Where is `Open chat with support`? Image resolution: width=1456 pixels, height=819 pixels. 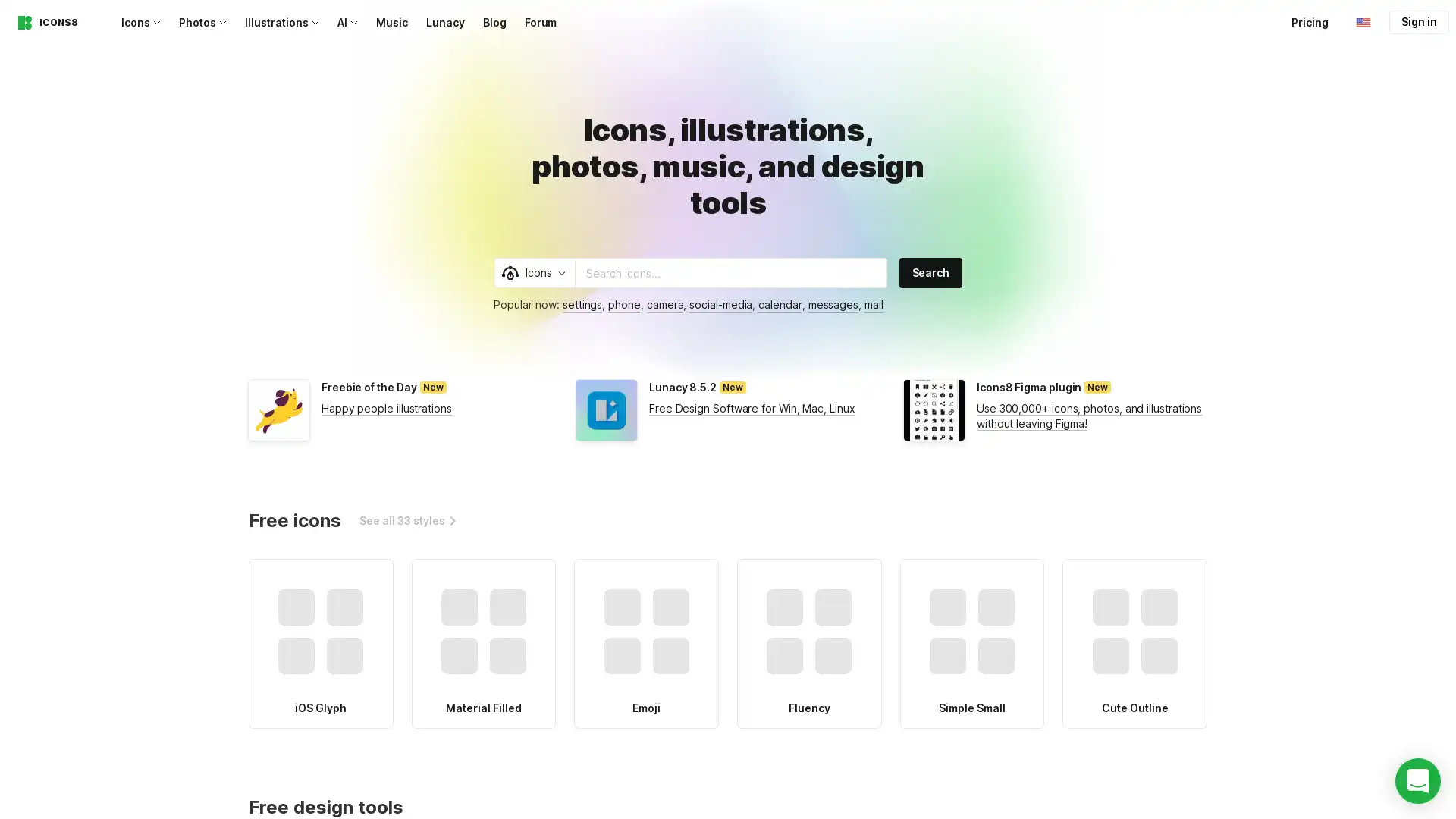 Open chat with support is located at coordinates (1417, 780).